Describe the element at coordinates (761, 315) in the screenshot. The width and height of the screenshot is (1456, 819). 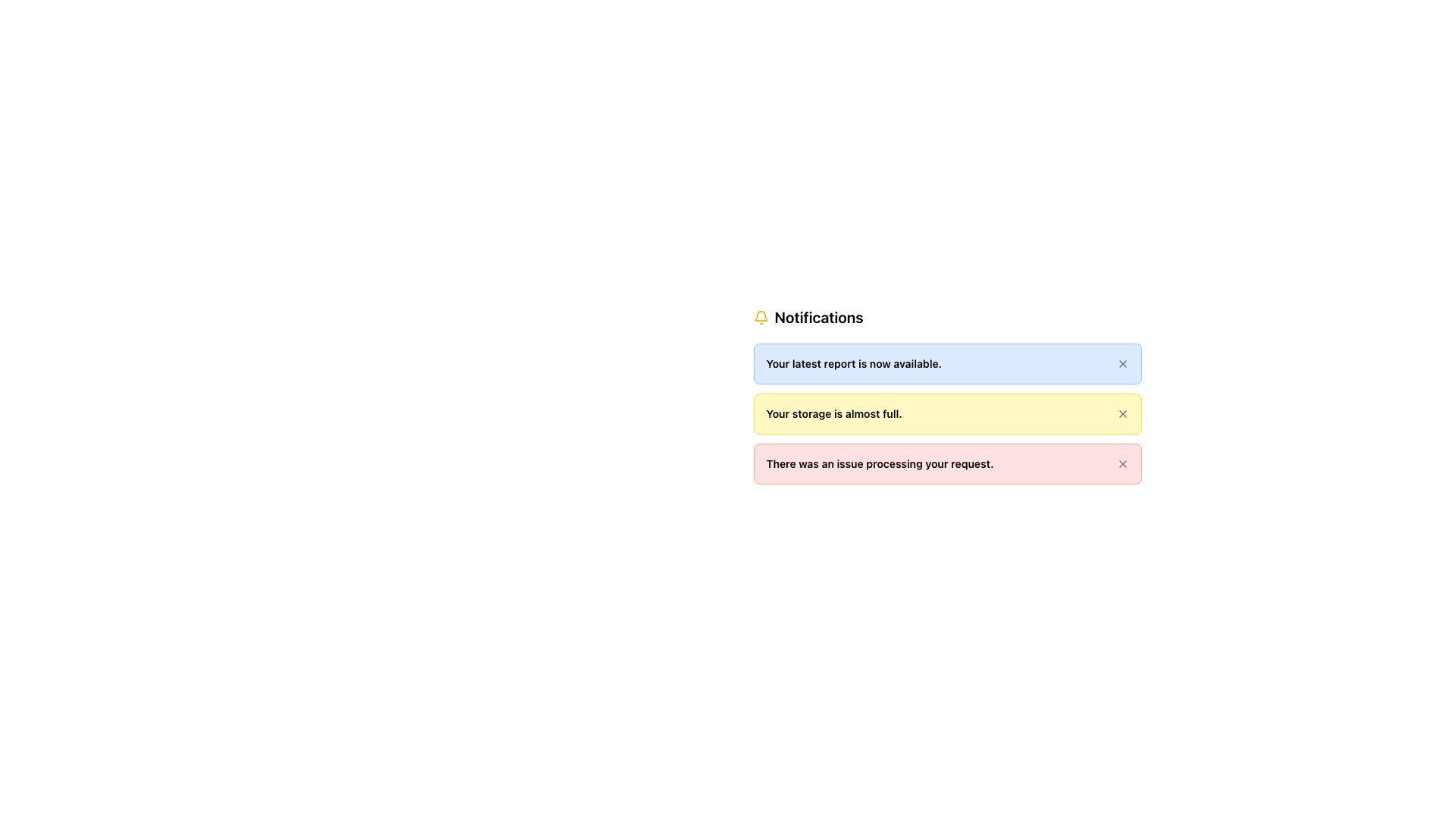
I see `the lower part of the bell icon` at that location.